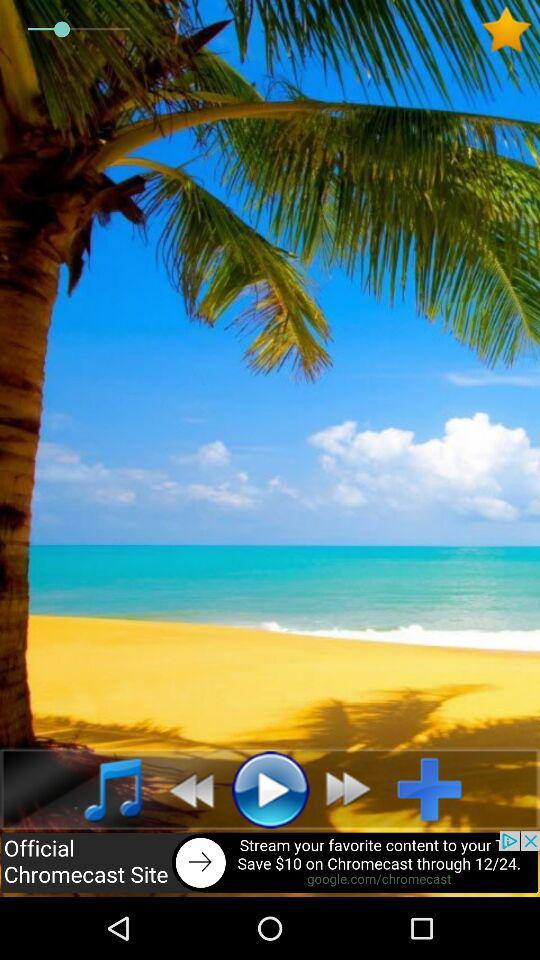  Describe the element at coordinates (436, 789) in the screenshot. I see `song` at that location.